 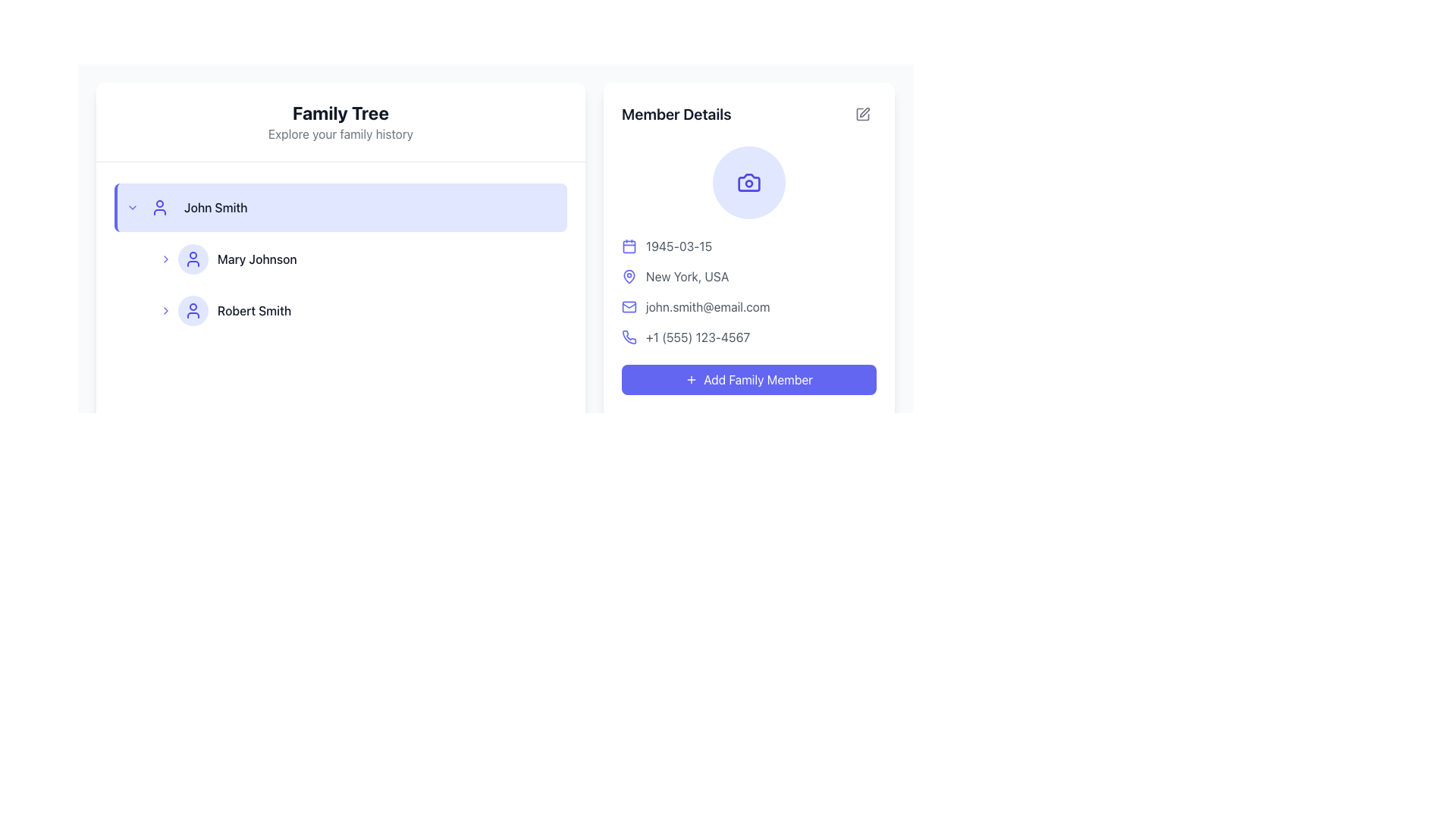 What do you see at coordinates (707, 307) in the screenshot?
I see `the static text element displaying 'john.smith@email.com' located in the Member Details section, positioned below 'New York, USA' and above the phone number '+1 (555) 123-4567'` at bounding box center [707, 307].